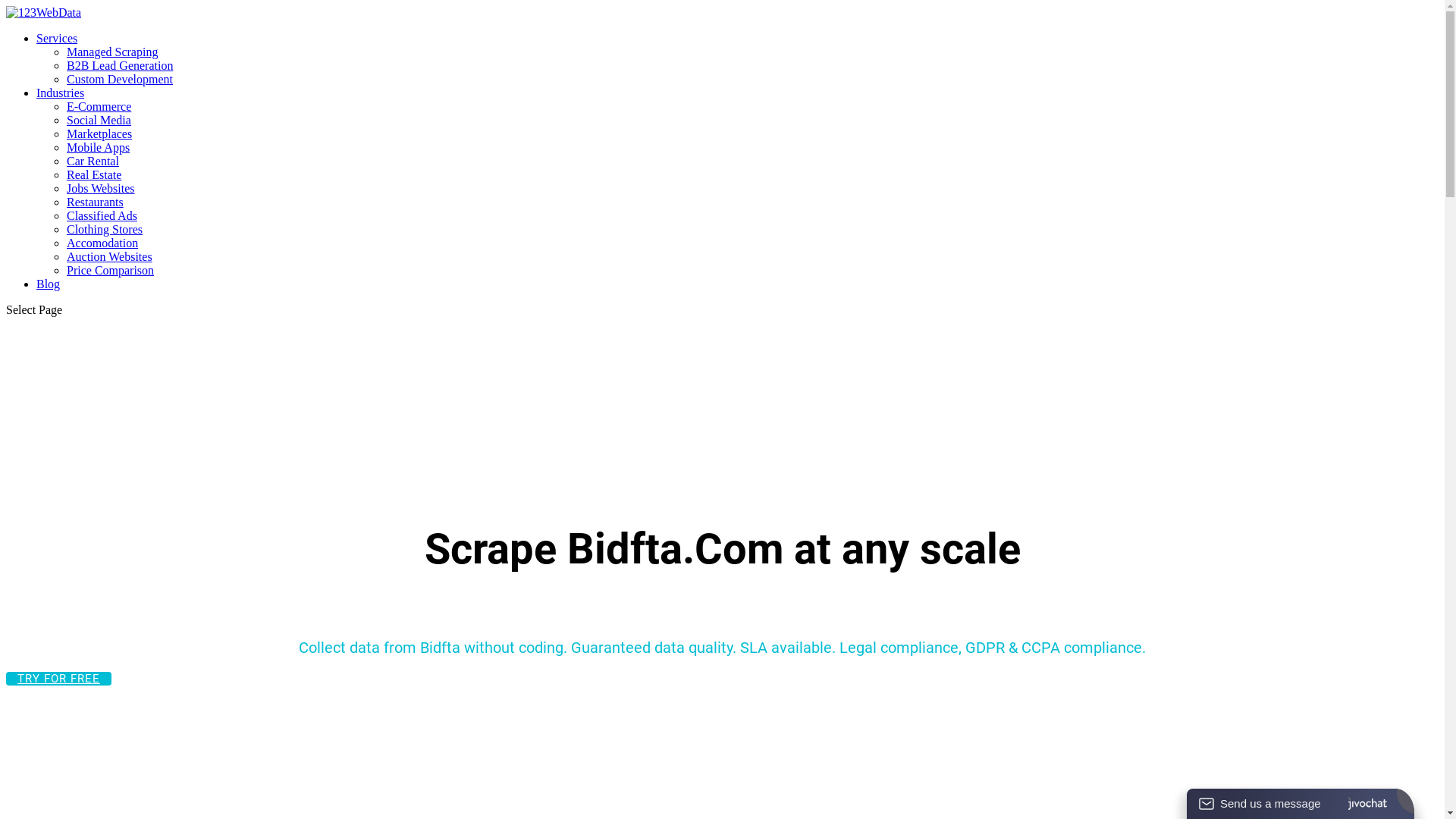 This screenshot has height=819, width=1456. I want to click on 'E-Commerce', so click(65, 105).